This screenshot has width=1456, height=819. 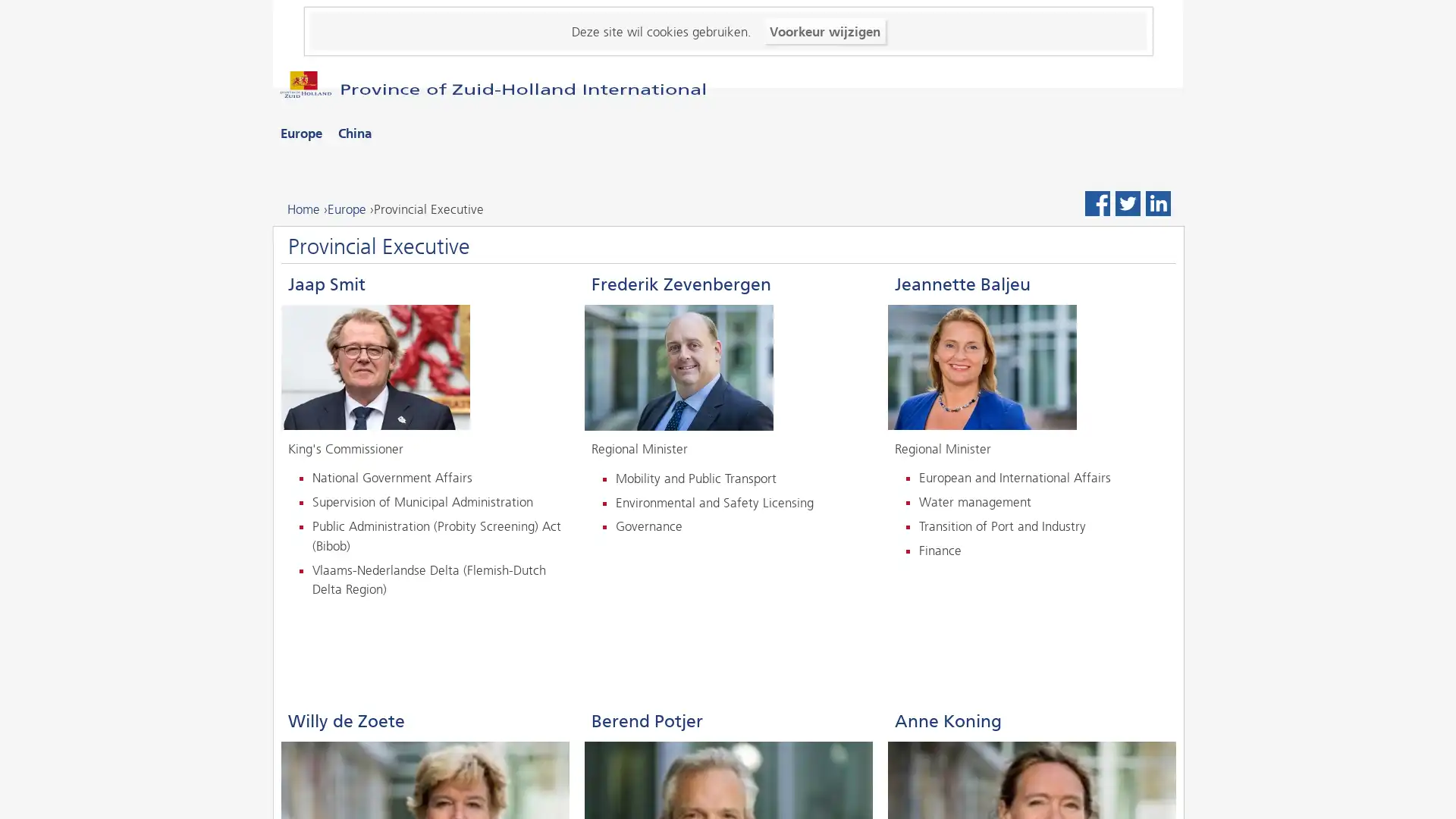 What do you see at coordinates (823, 30) in the screenshot?
I see `Voorkeur wijzigen` at bounding box center [823, 30].